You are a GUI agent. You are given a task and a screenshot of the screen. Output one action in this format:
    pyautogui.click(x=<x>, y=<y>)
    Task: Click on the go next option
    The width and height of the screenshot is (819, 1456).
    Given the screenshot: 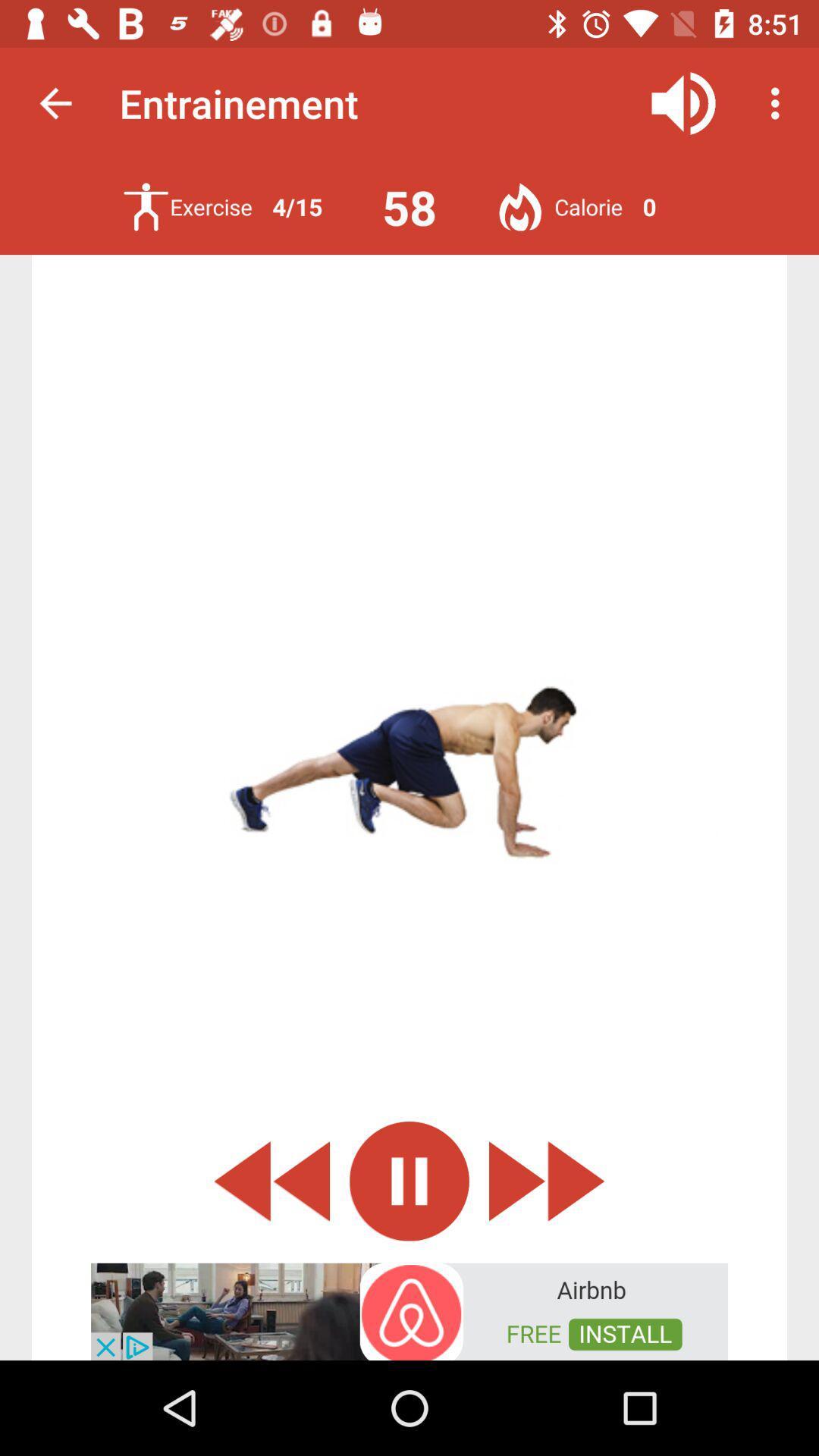 What is the action you would take?
    pyautogui.click(x=547, y=1180)
    